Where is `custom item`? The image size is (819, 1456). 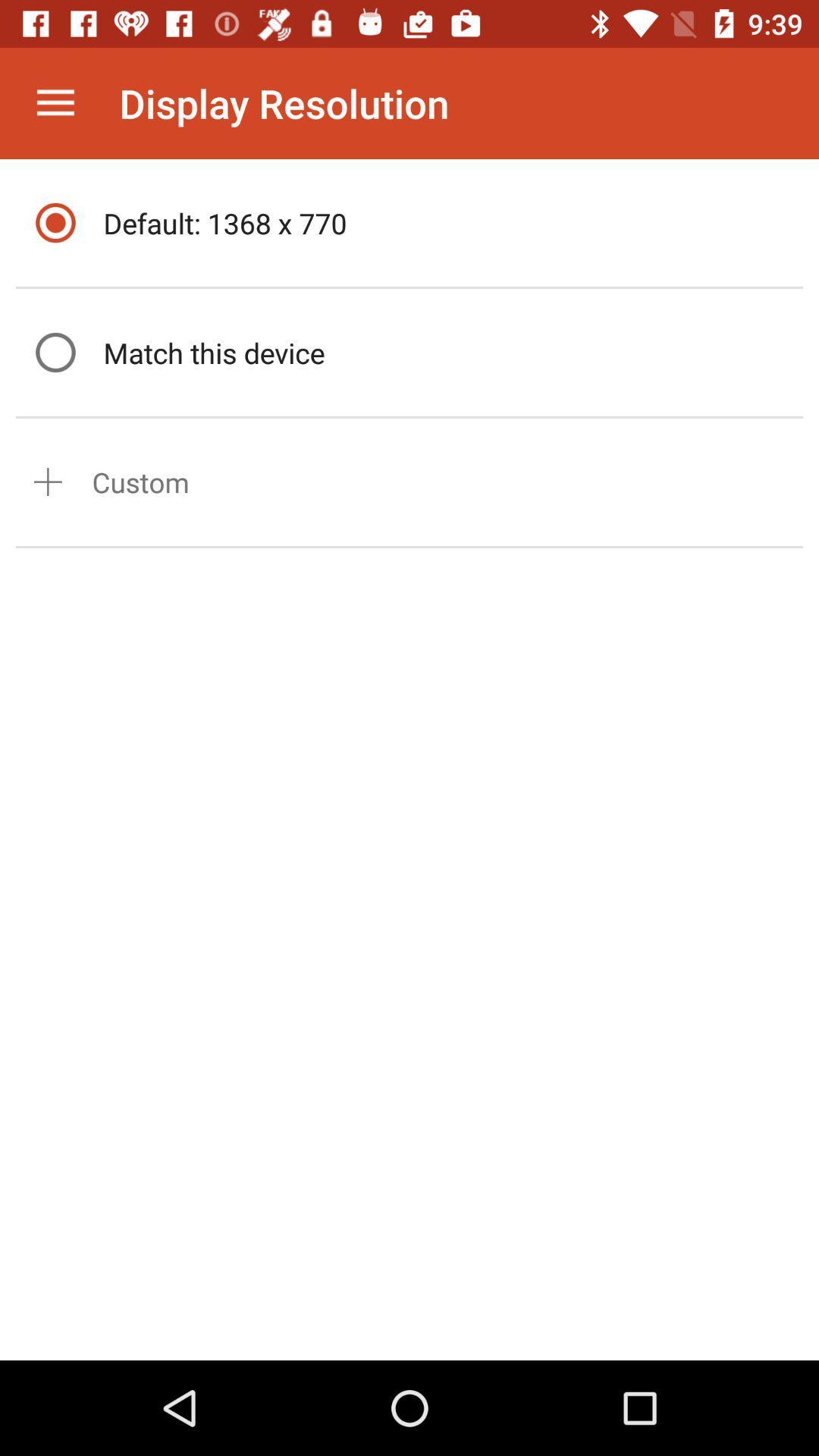
custom item is located at coordinates (140, 481).